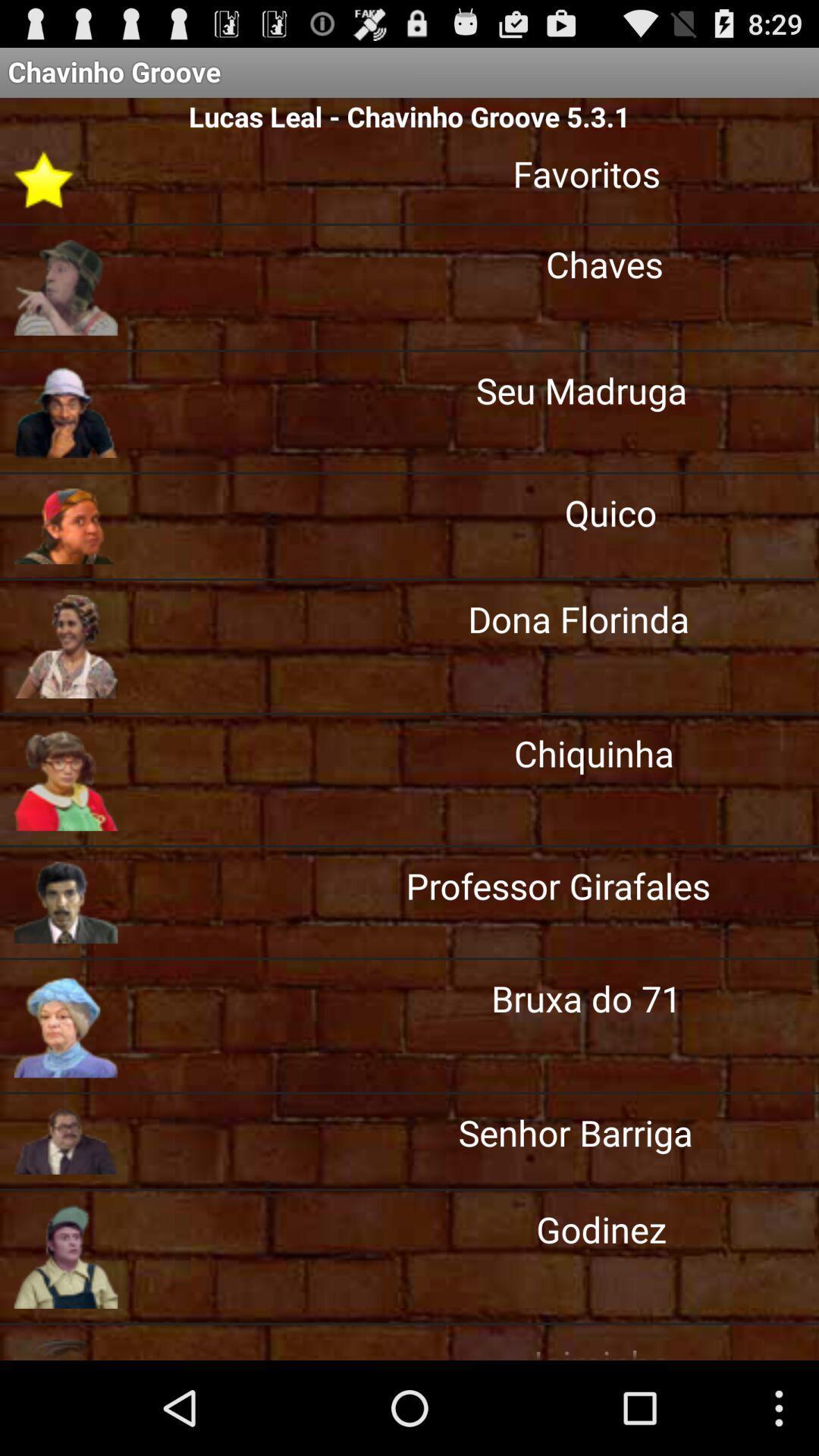 The height and width of the screenshot is (1456, 819). Describe the element at coordinates (65, 780) in the screenshot. I see `the fifth image from top left of page` at that location.